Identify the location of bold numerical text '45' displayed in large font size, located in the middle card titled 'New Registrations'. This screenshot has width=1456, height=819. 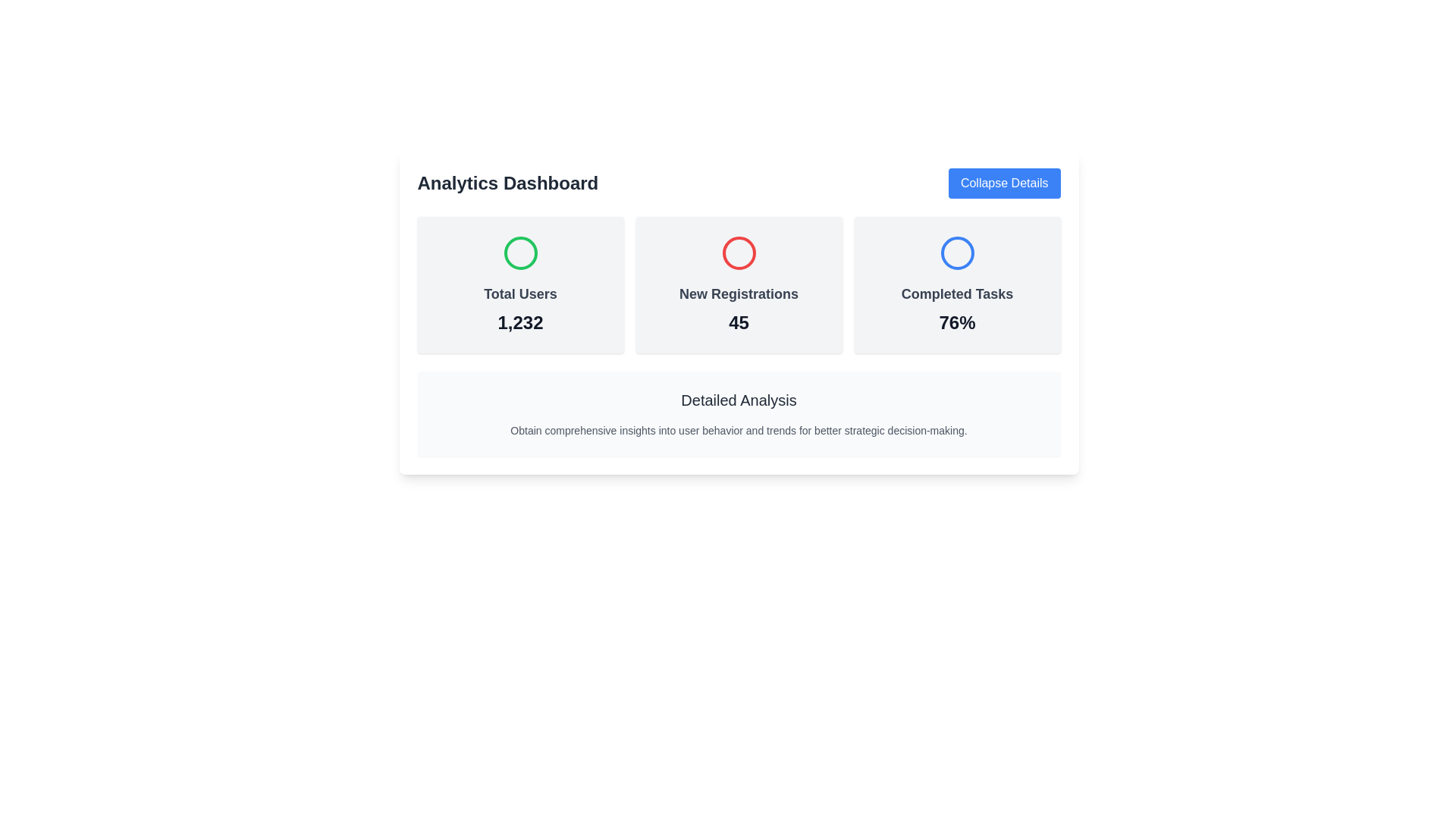
(739, 322).